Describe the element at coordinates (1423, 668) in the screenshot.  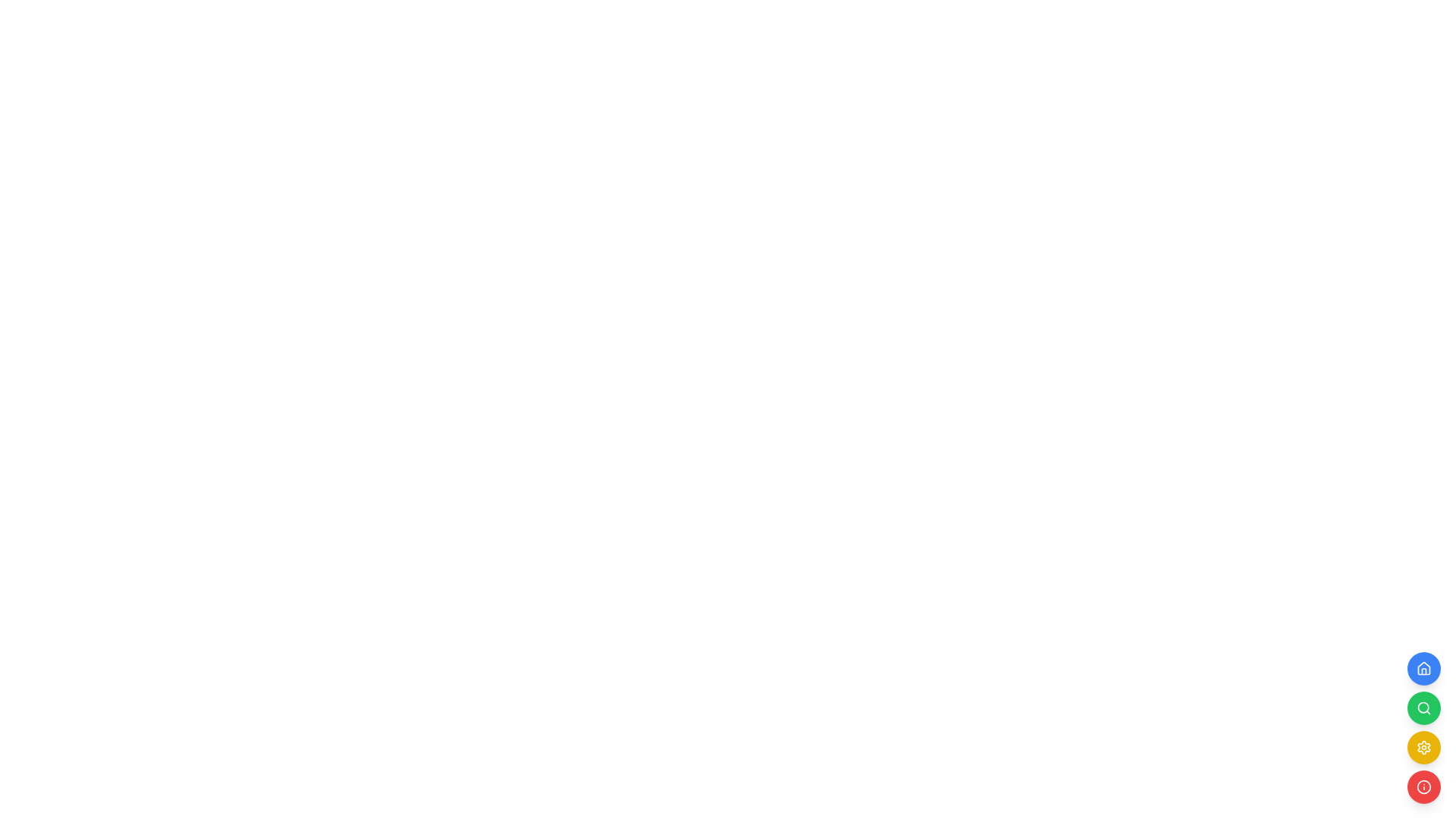
I see `the circular blue button with a white house icon` at that location.